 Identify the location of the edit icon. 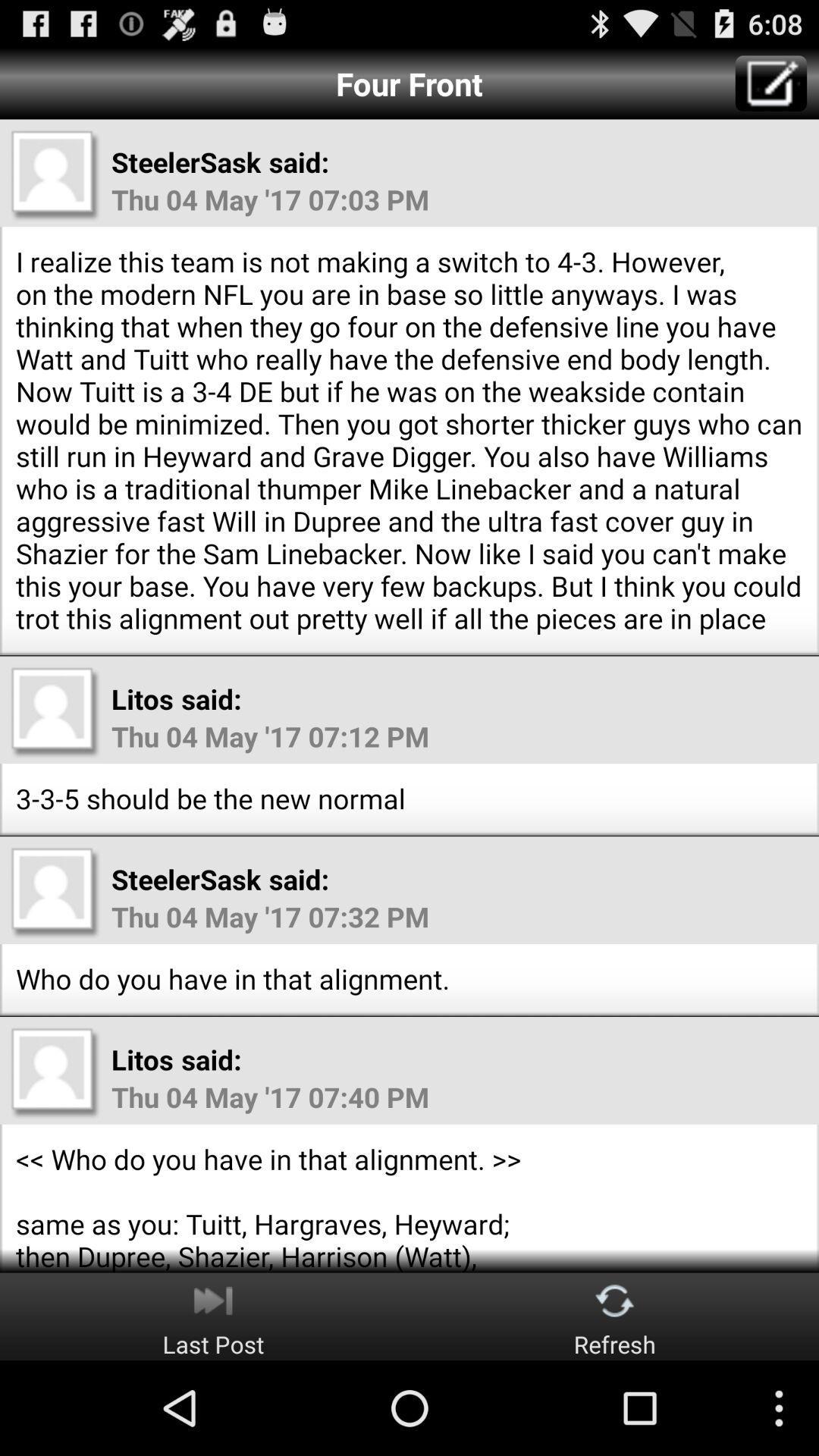
(771, 89).